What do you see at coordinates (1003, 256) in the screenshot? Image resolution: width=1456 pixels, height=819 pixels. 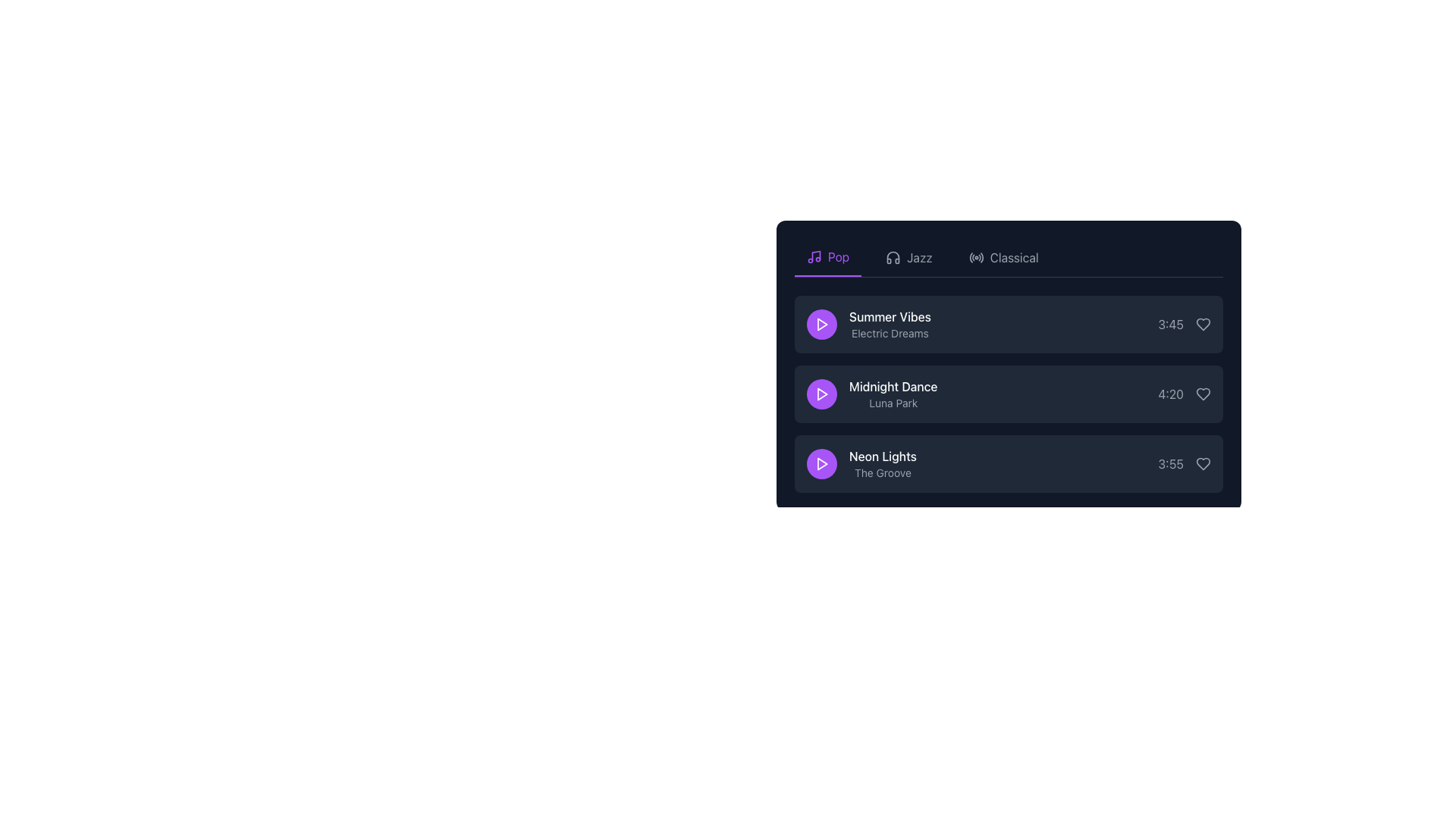 I see `the 'Classical' music category button, which is the third tab in the row of tabs located at the top section of the interface` at bounding box center [1003, 256].